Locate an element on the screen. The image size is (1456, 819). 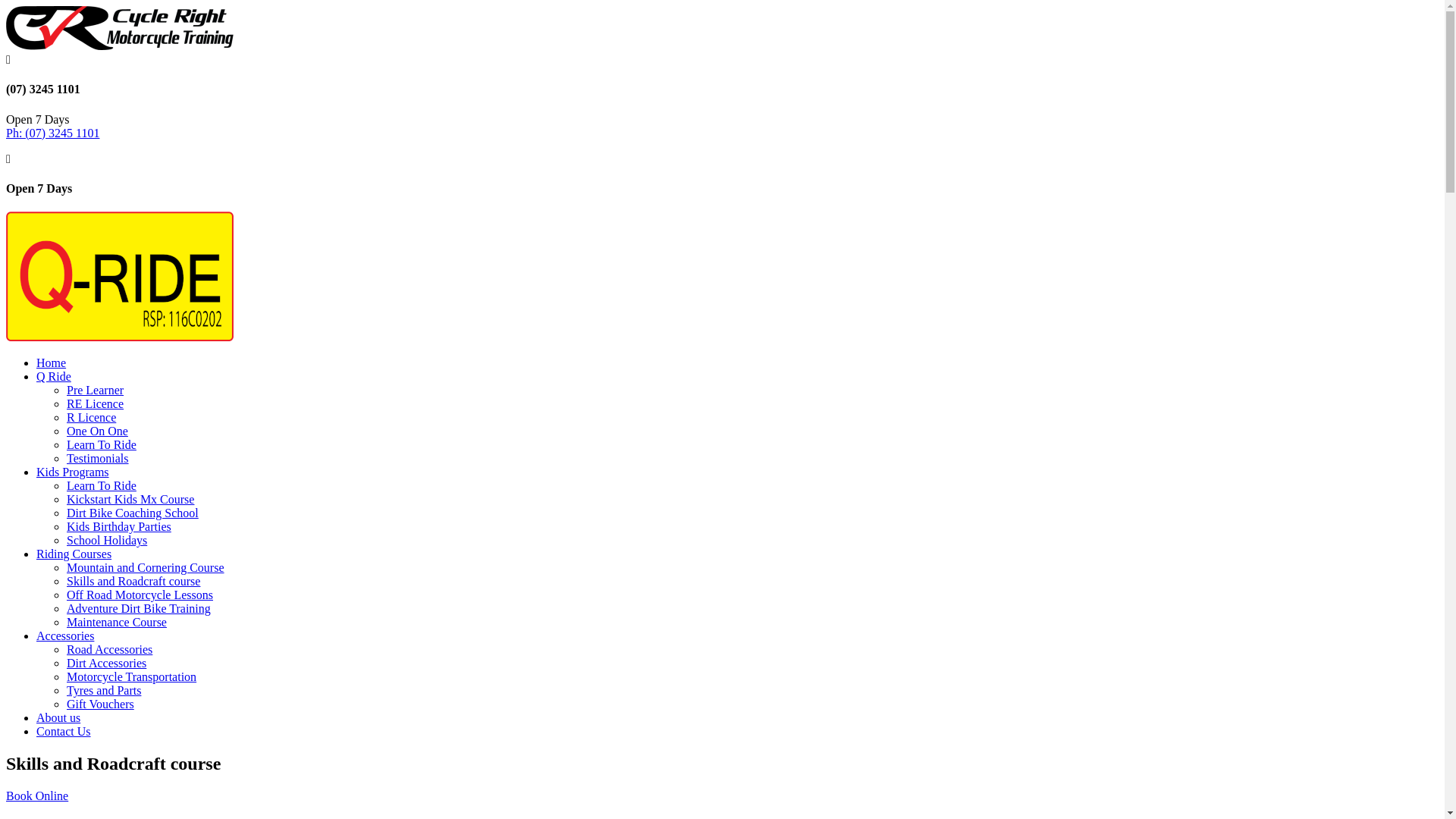
'Tyres and Parts' is located at coordinates (103, 690).